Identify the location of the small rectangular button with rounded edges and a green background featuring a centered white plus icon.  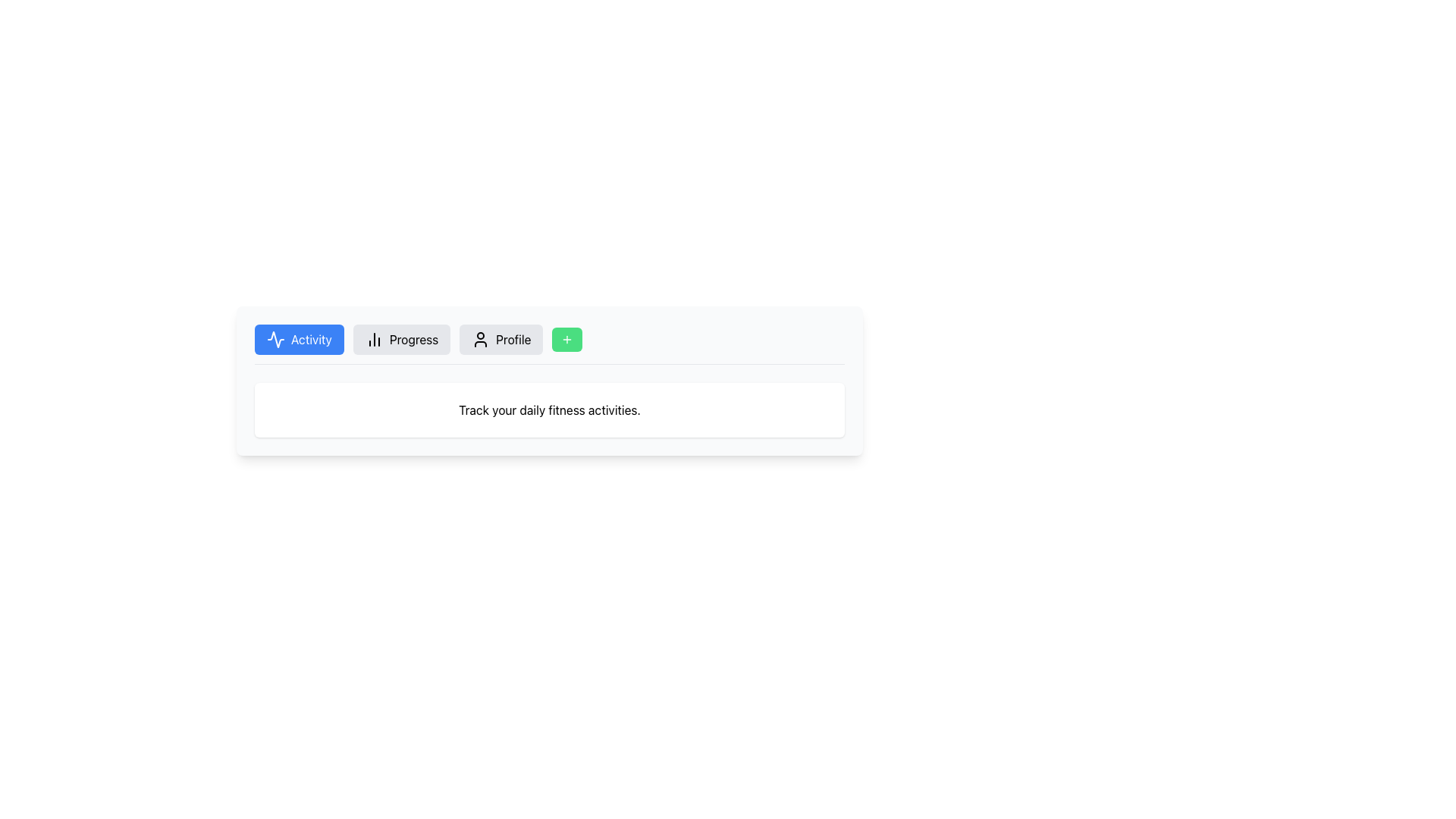
(566, 338).